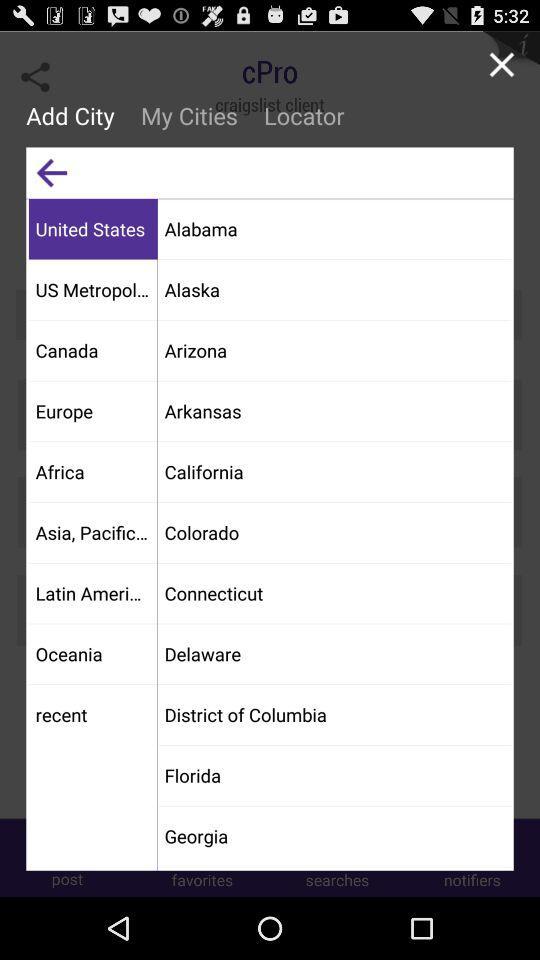 The width and height of the screenshot is (540, 960). Describe the element at coordinates (92, 653) in the screenshot. I see `app above recent` at that location.